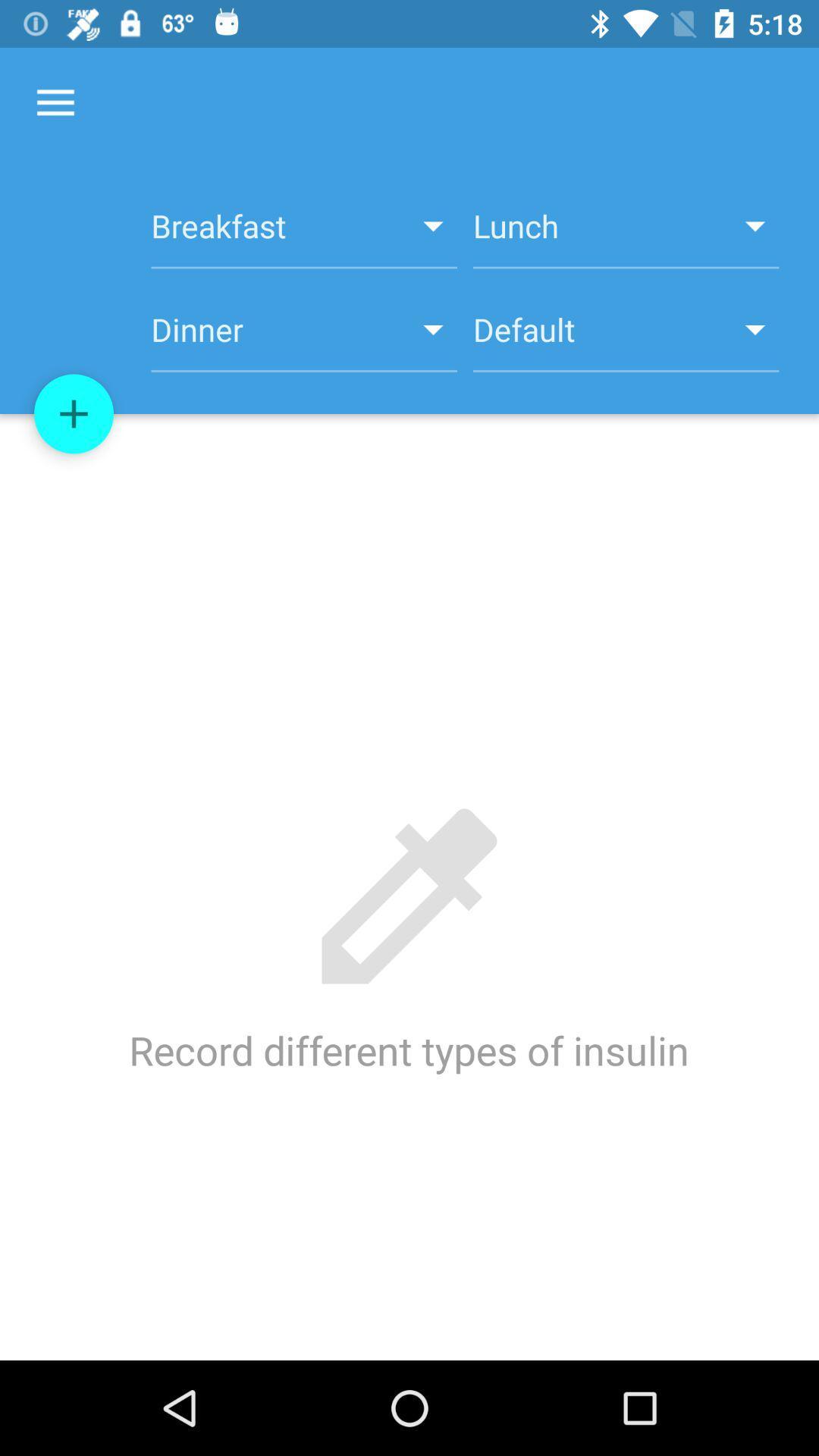 The image size is (819, 1456). I want to click on the add icon, so click(74, 414).